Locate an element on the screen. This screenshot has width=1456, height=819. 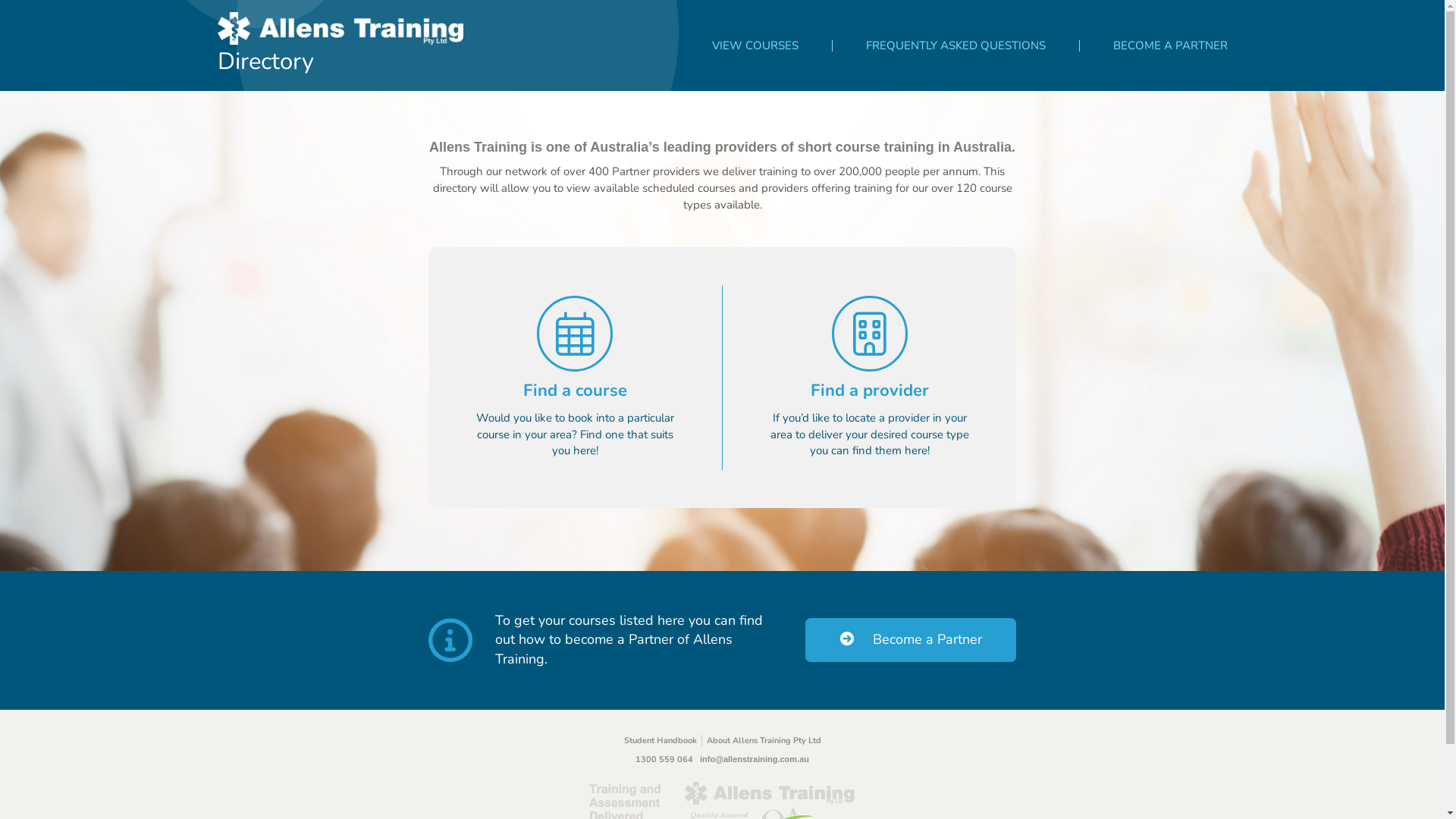
'About Allens Training Pty Ltd' is located at coordinates (764, 739).